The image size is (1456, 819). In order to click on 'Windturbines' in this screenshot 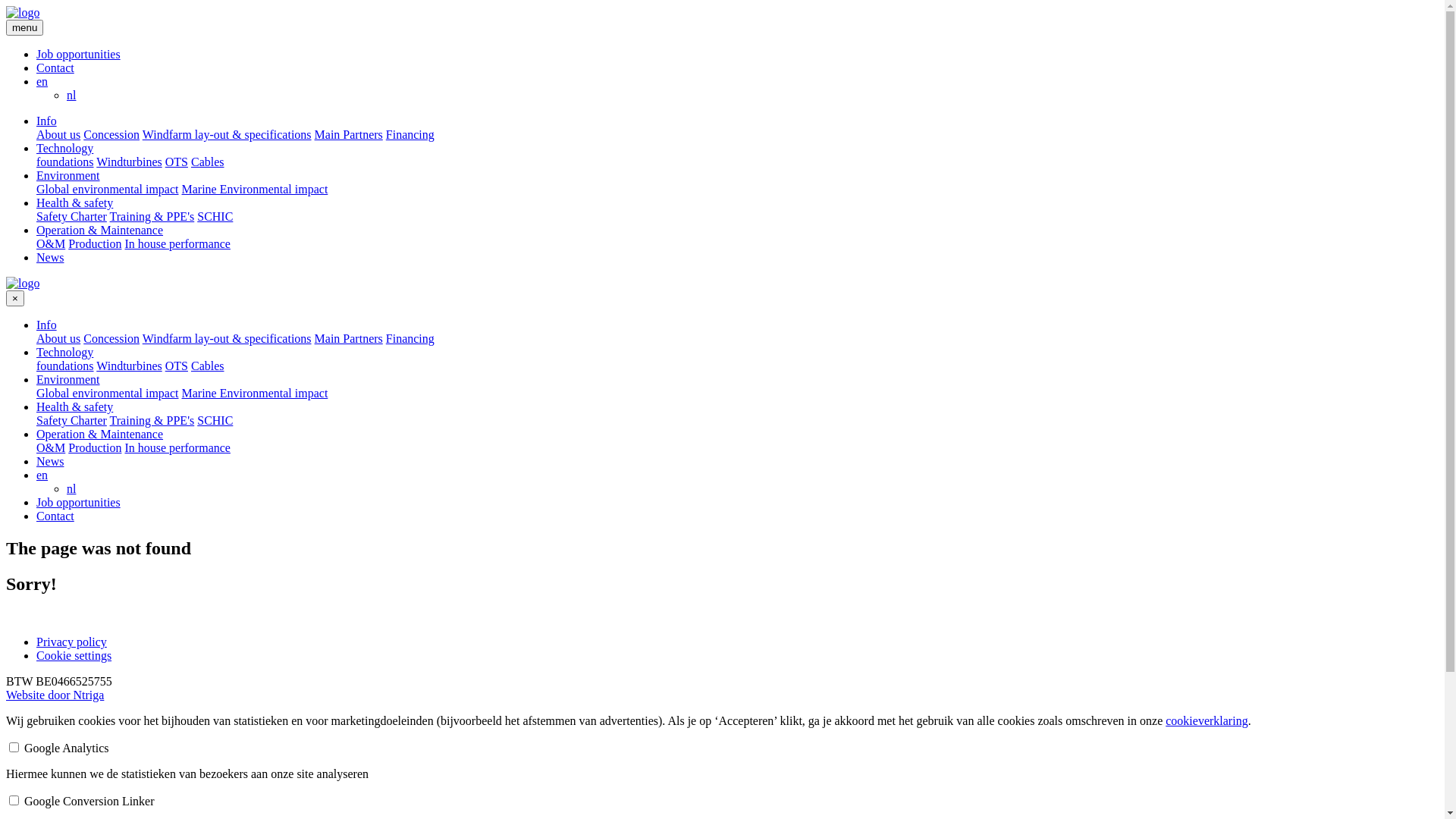, I will do `click(95, 162)`.